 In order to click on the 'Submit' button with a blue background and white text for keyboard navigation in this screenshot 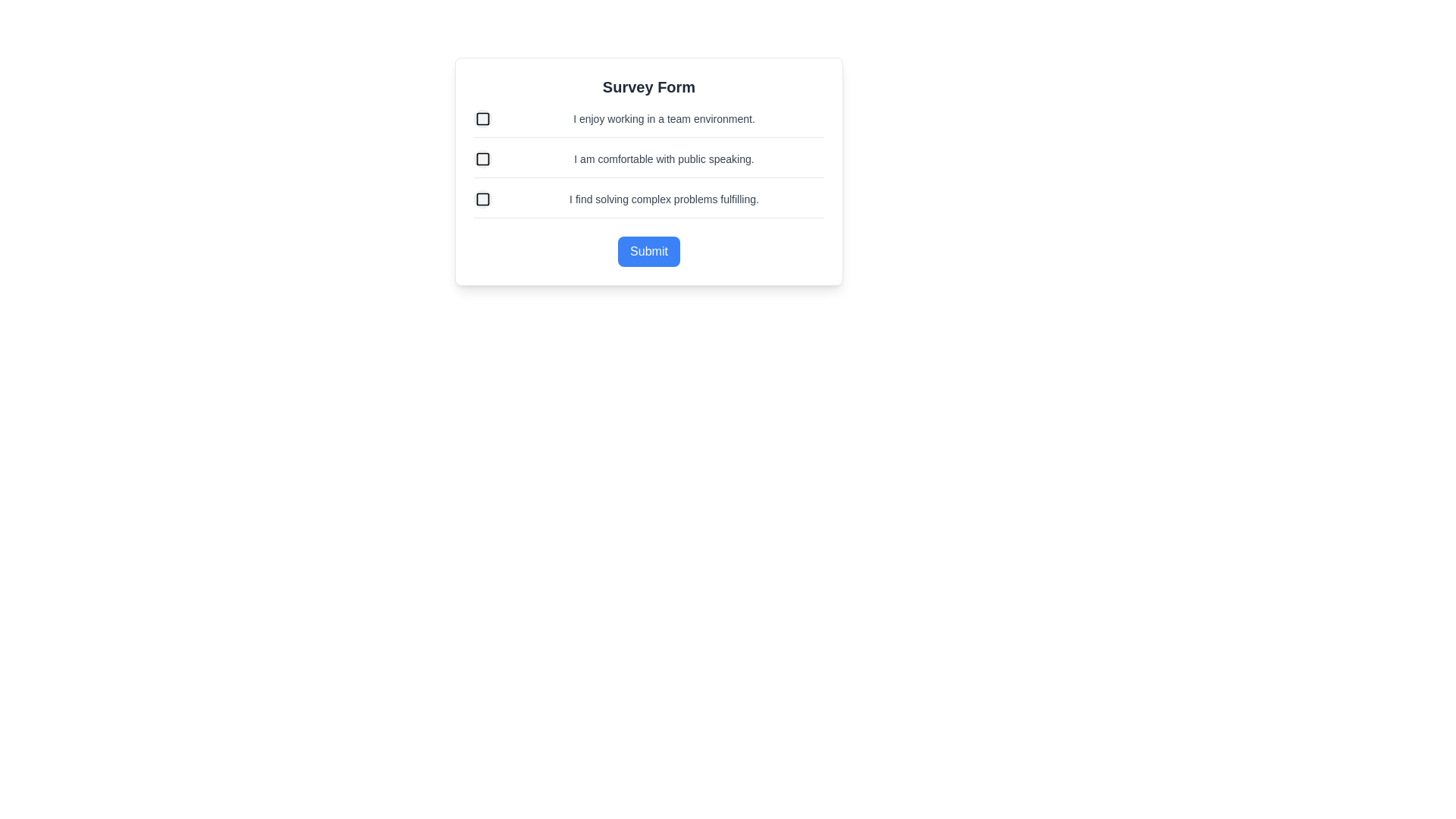, I will do `click(648, 250)`.